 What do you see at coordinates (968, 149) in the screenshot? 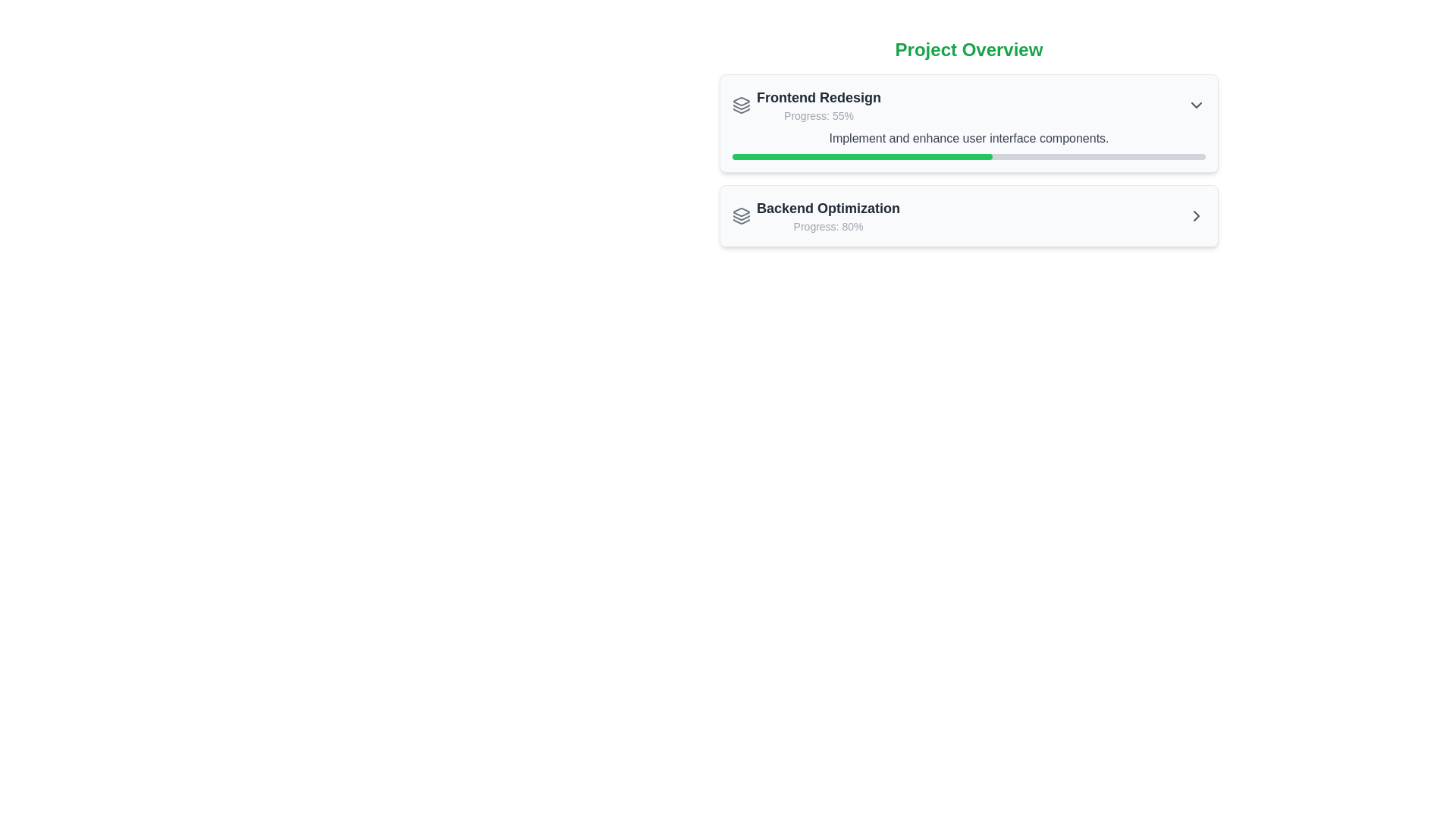
I see `title and descriptions of the Section with nested panels that provides progress overview for 'Frontend Redesign' and 'Backend Optimization'` at bounding box center [968, 149].